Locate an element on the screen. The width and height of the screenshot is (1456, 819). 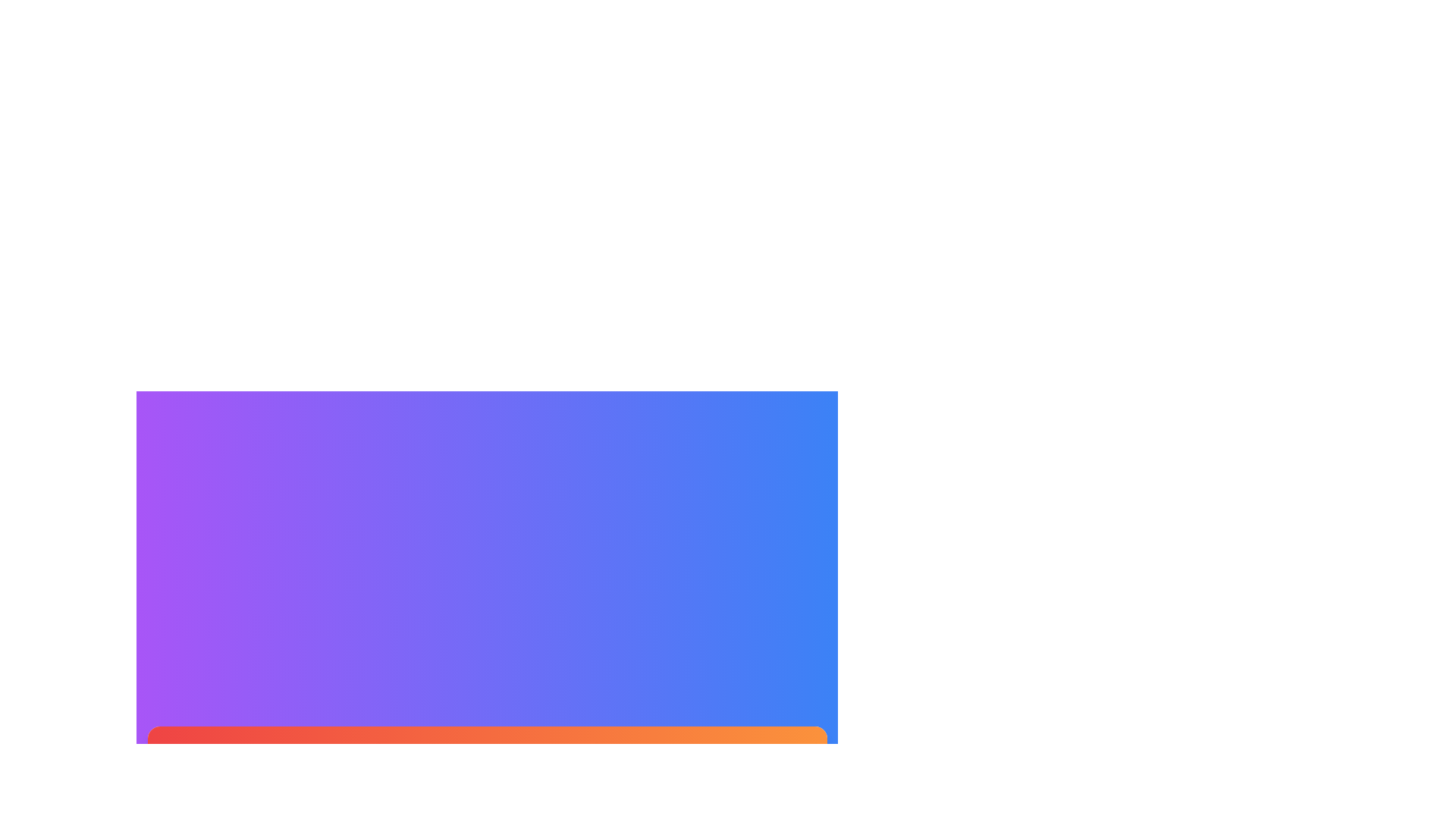
the Home tab is located at coordinates (268, 757).